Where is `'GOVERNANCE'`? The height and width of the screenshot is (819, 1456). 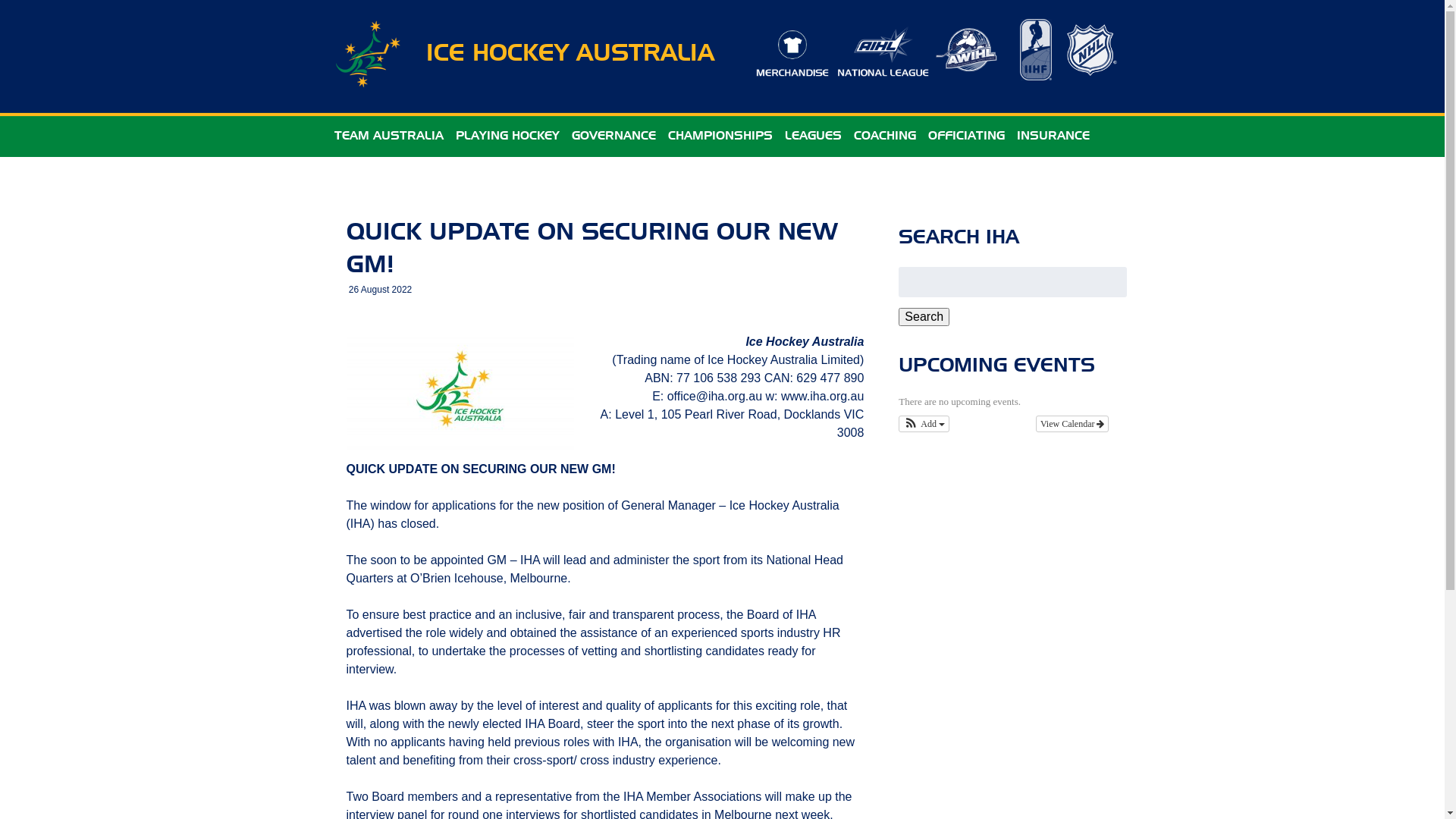
'GOVERNANCE' is located at coordinates (564, 136).